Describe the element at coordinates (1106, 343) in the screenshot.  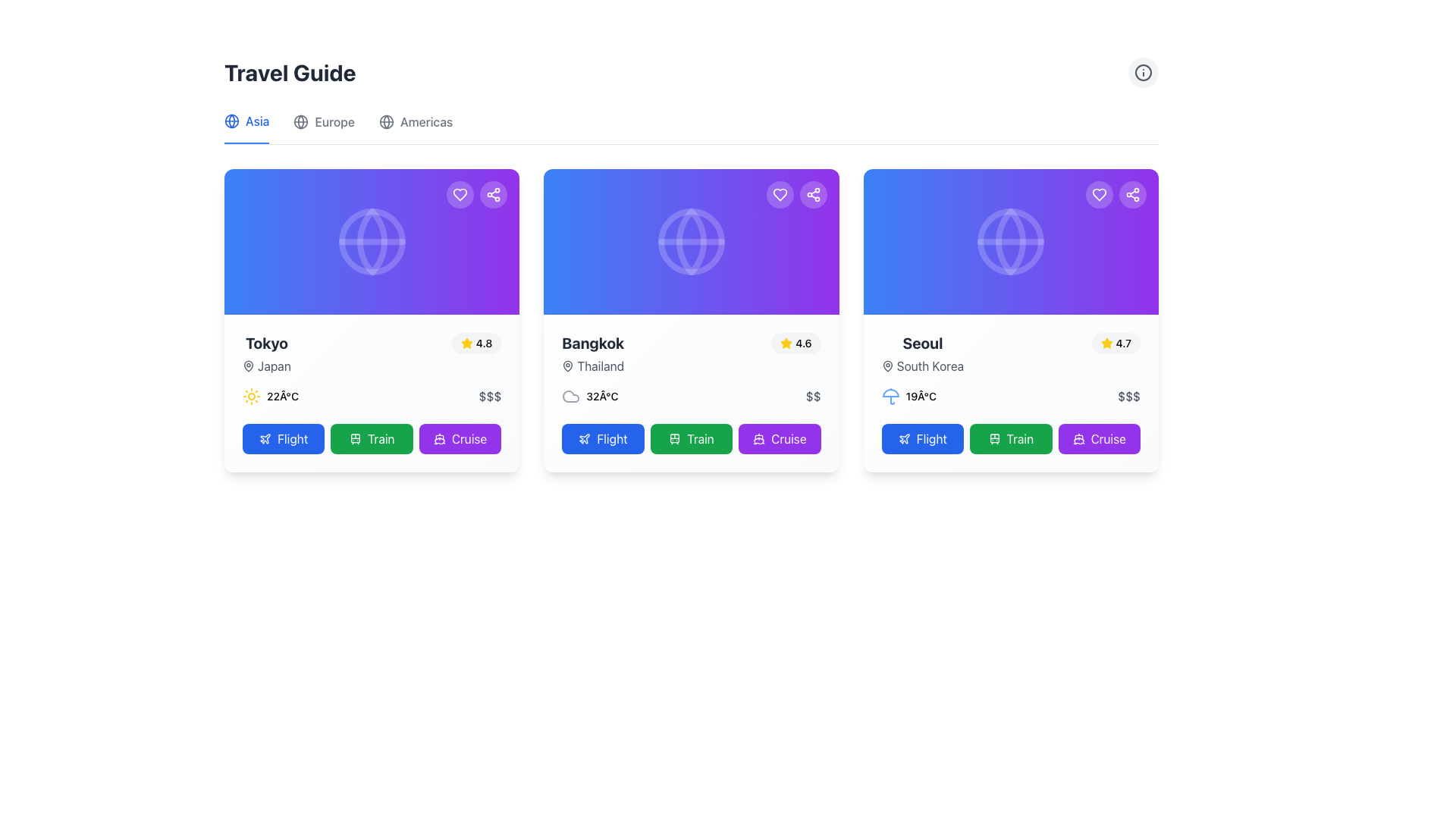
I see `the decorative star icon indicating the rating of '4.7' for the 'Seoul' card, which is located at the top-right of the card layout` at that location.